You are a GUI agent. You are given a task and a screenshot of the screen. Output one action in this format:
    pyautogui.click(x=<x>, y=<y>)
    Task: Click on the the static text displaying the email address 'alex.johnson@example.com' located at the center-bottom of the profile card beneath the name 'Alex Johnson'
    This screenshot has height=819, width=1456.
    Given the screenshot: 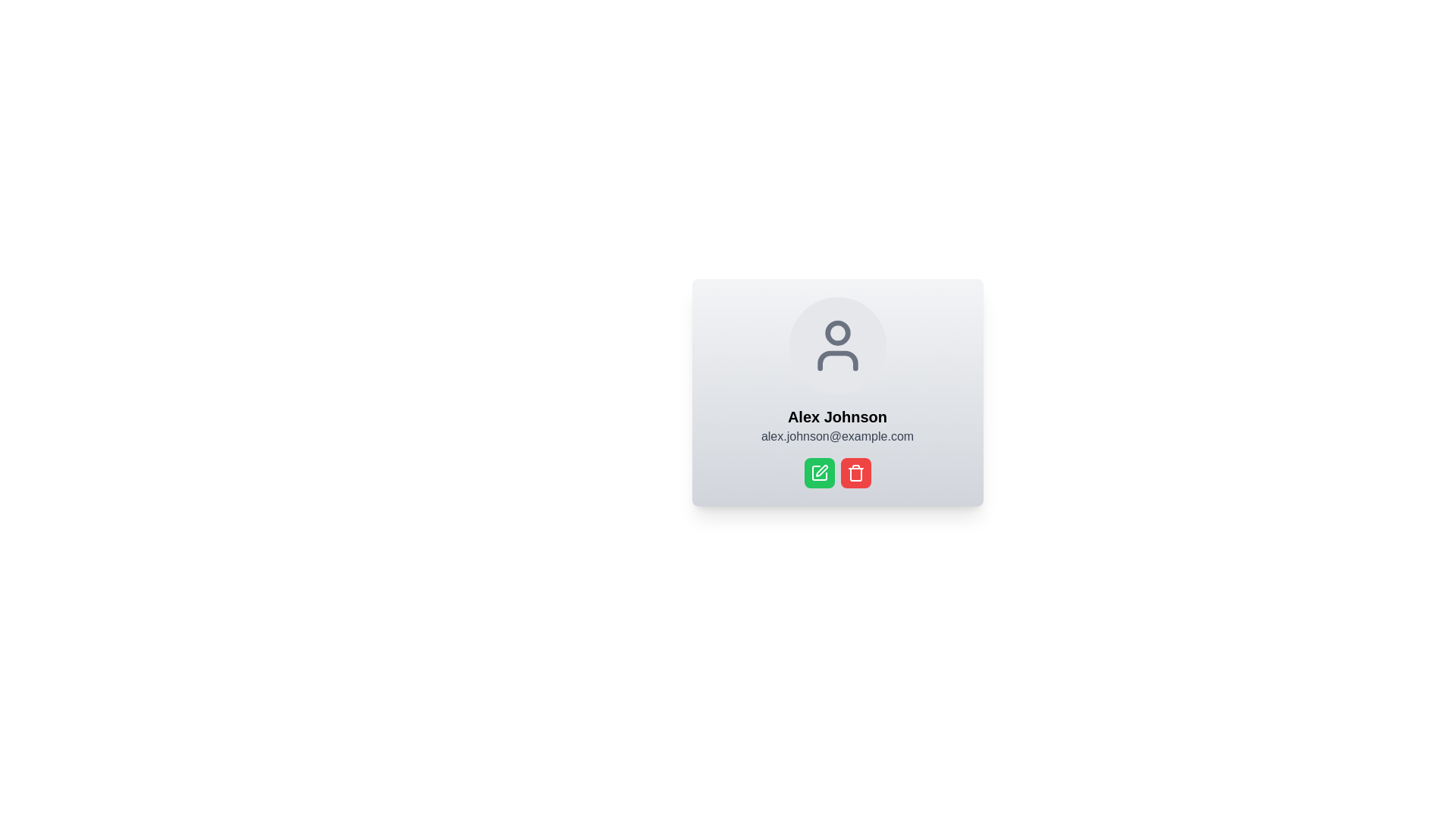 What is the action you would take?
    pyautogui.click(x=836, y=436)
    